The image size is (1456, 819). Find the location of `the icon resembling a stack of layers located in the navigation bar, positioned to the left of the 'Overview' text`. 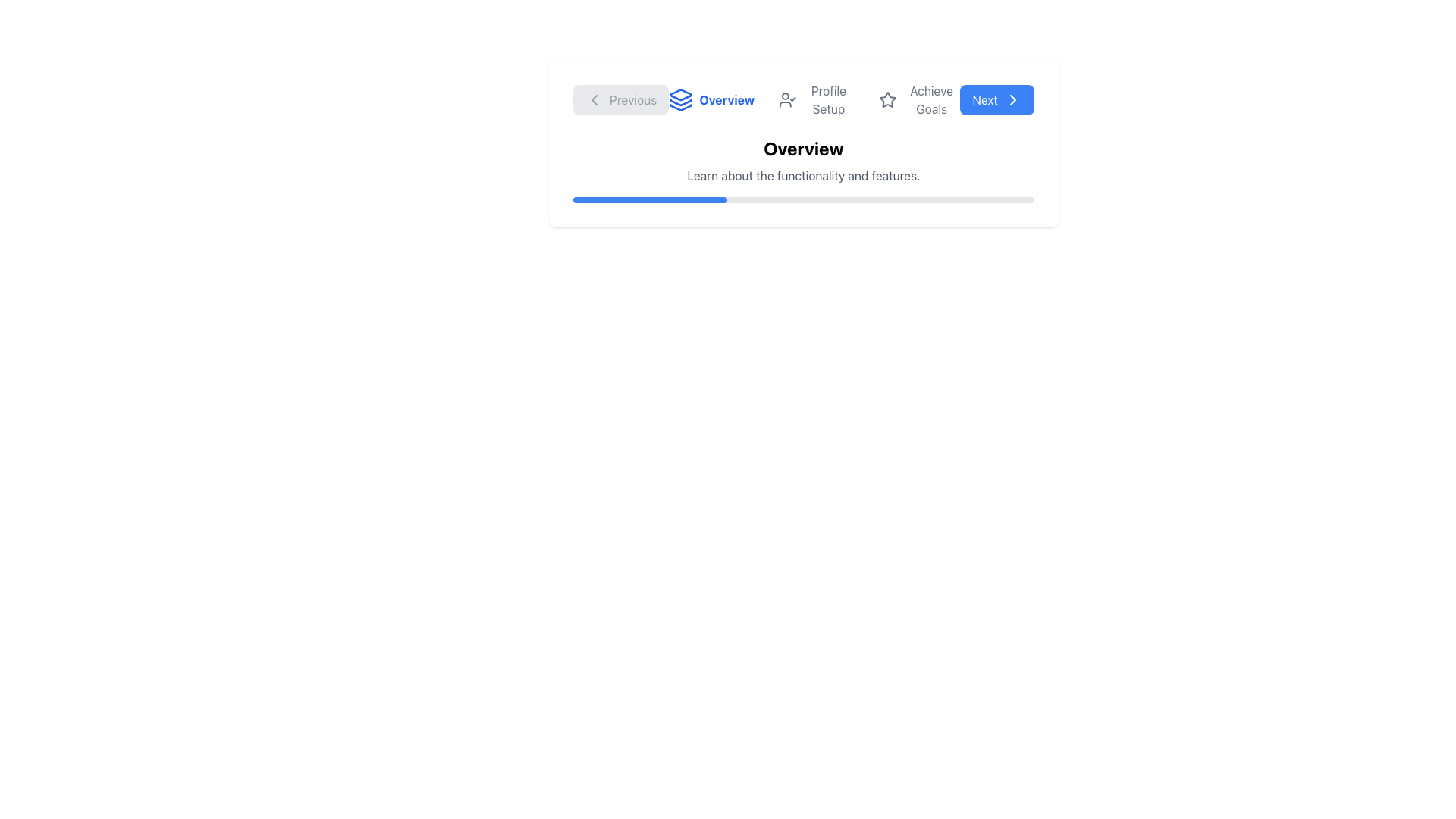

the icon resembling a stack of layers located in the navigation bar, positioned to the left of the 'Overview' text is located at coordinates (680, 99).